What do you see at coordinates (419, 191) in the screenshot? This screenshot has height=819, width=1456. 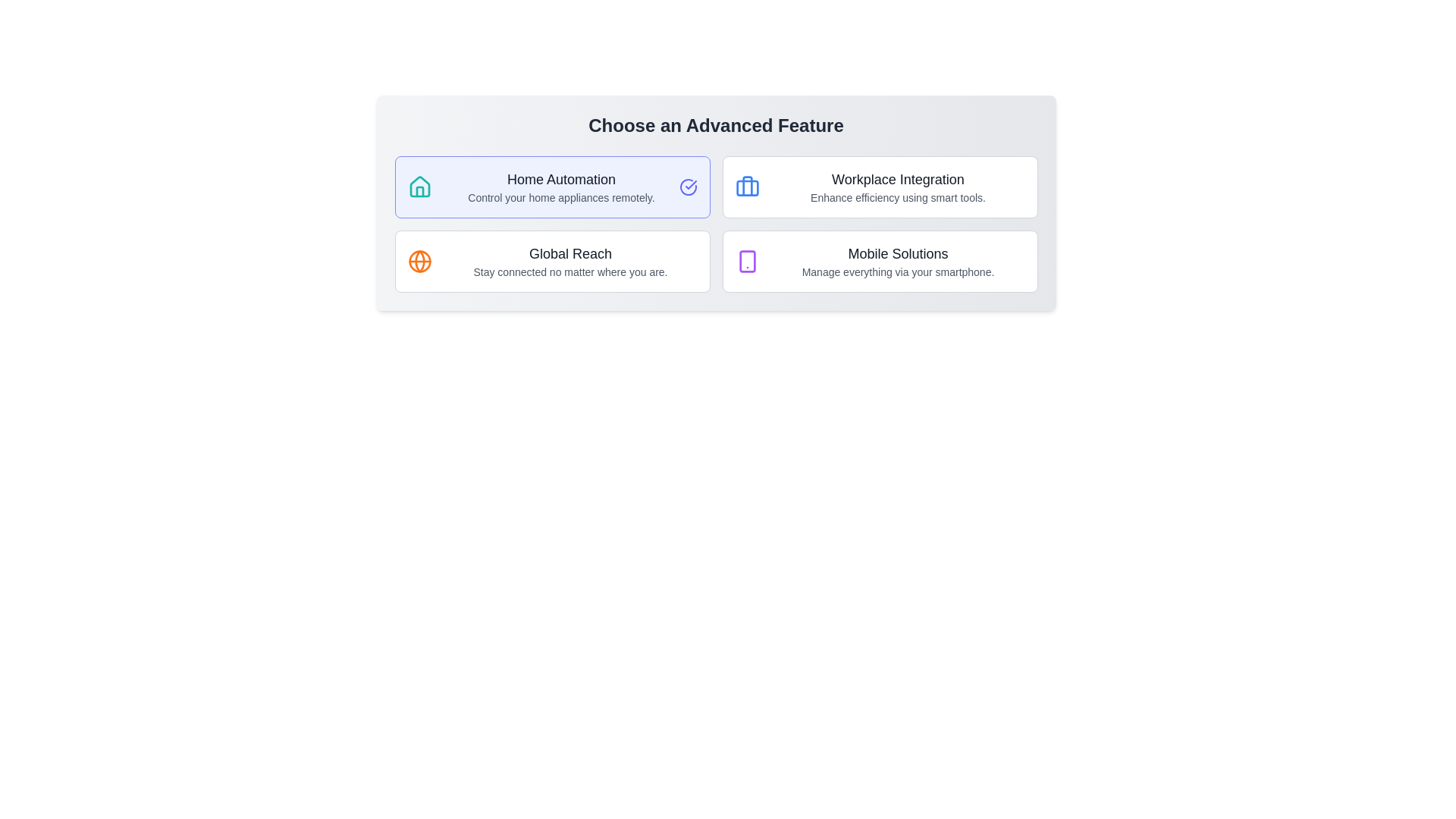 I see `the graphical decoration element representing the house icon, which is centrally located within the SVG component in the 'Home Automation' section` at bounding box center [419, 191].